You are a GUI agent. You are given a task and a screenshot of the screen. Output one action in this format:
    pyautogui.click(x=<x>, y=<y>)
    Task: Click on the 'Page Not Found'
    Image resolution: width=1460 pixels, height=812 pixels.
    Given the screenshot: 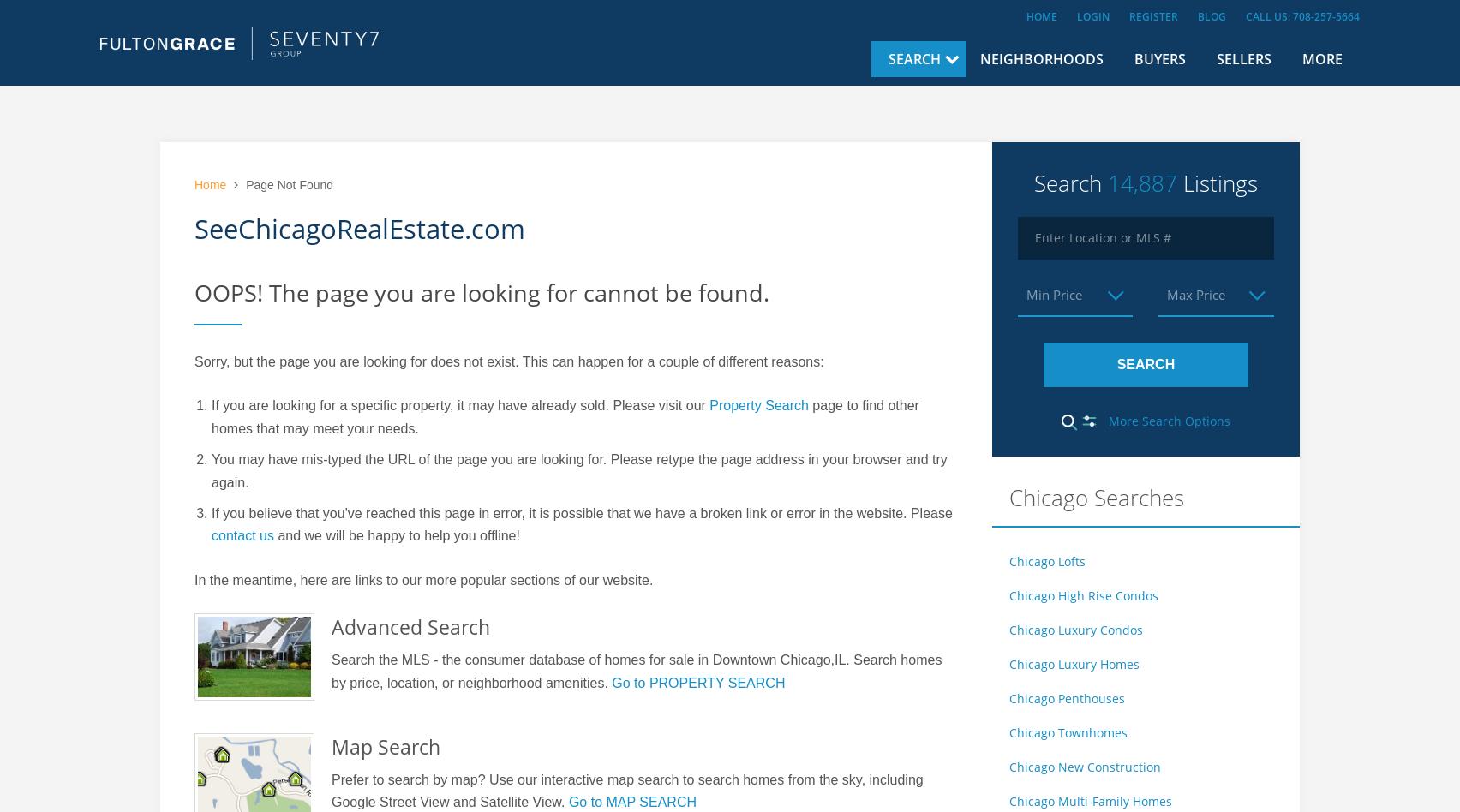 What is the action you would take?
    pyautogui.click(x=287, y=183)
    